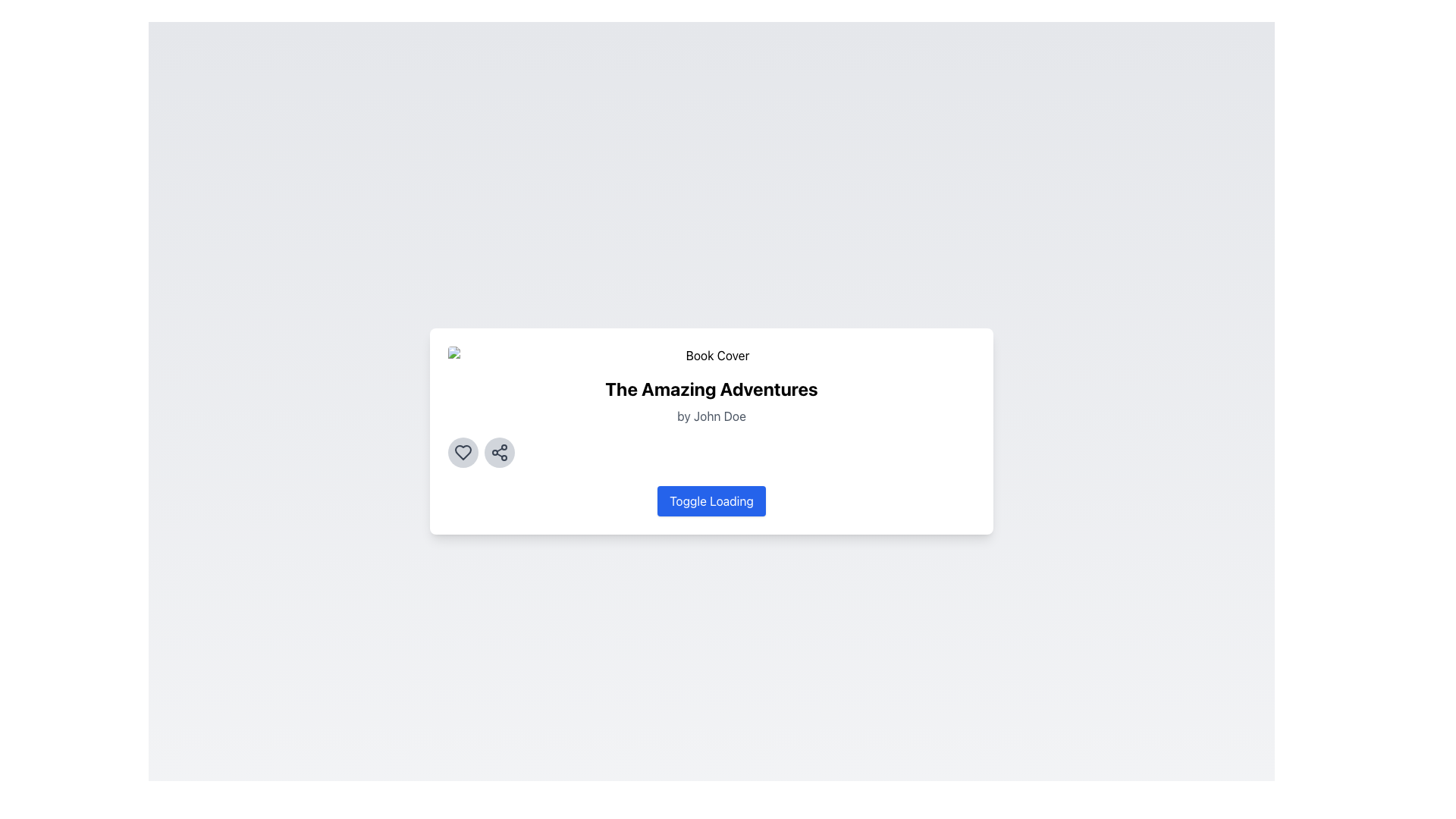 The width and height of the screenshot is (1456, 819). I want to click on the heart-shaped icon with a dark gray stroke located in the middle row of symbols below the main title of the card layout, so click(463, 452).